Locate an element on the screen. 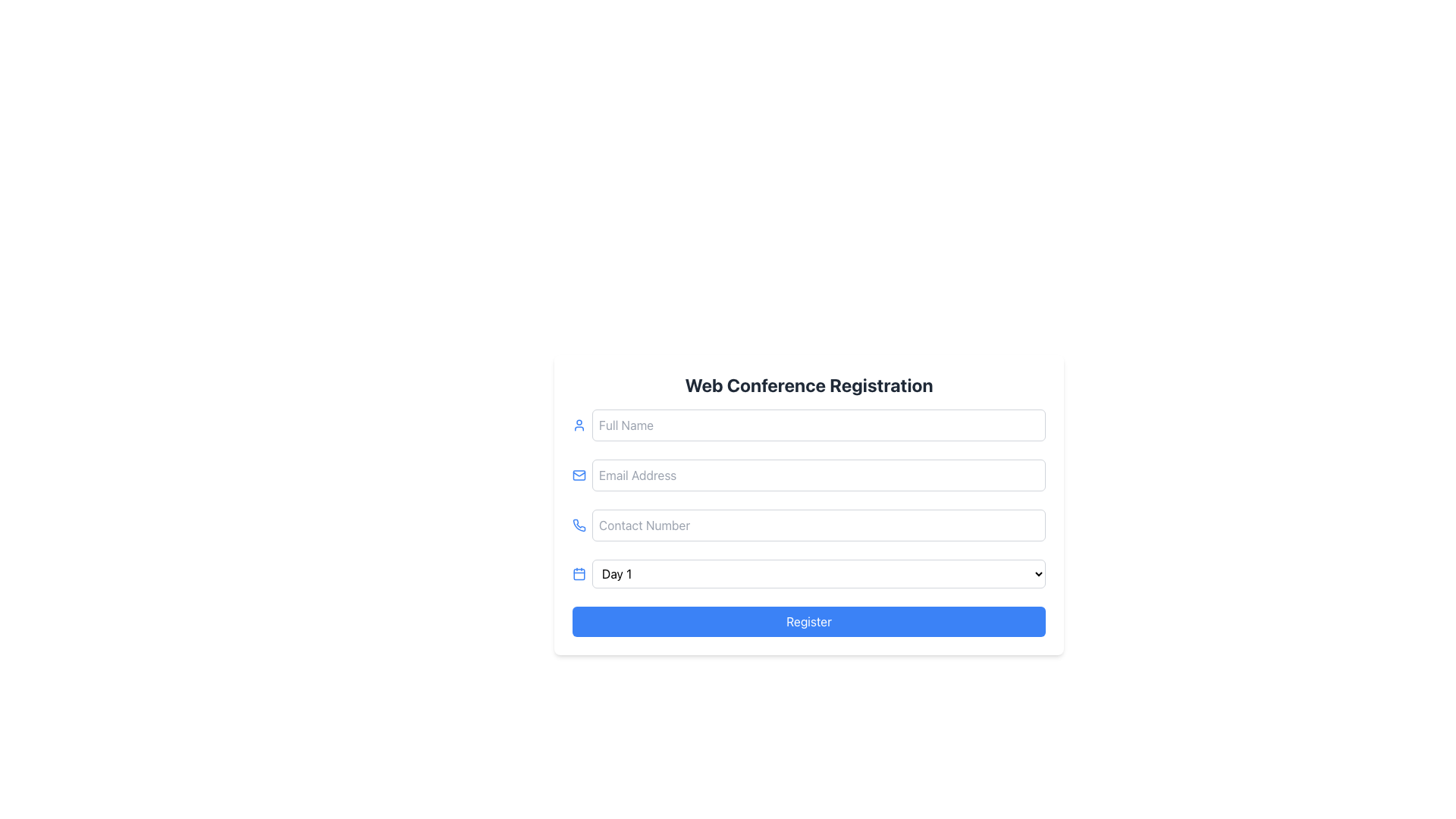 The width and height of the screenshot is (1456, 819). the text input field for full name is located at coordinates (818, 425).